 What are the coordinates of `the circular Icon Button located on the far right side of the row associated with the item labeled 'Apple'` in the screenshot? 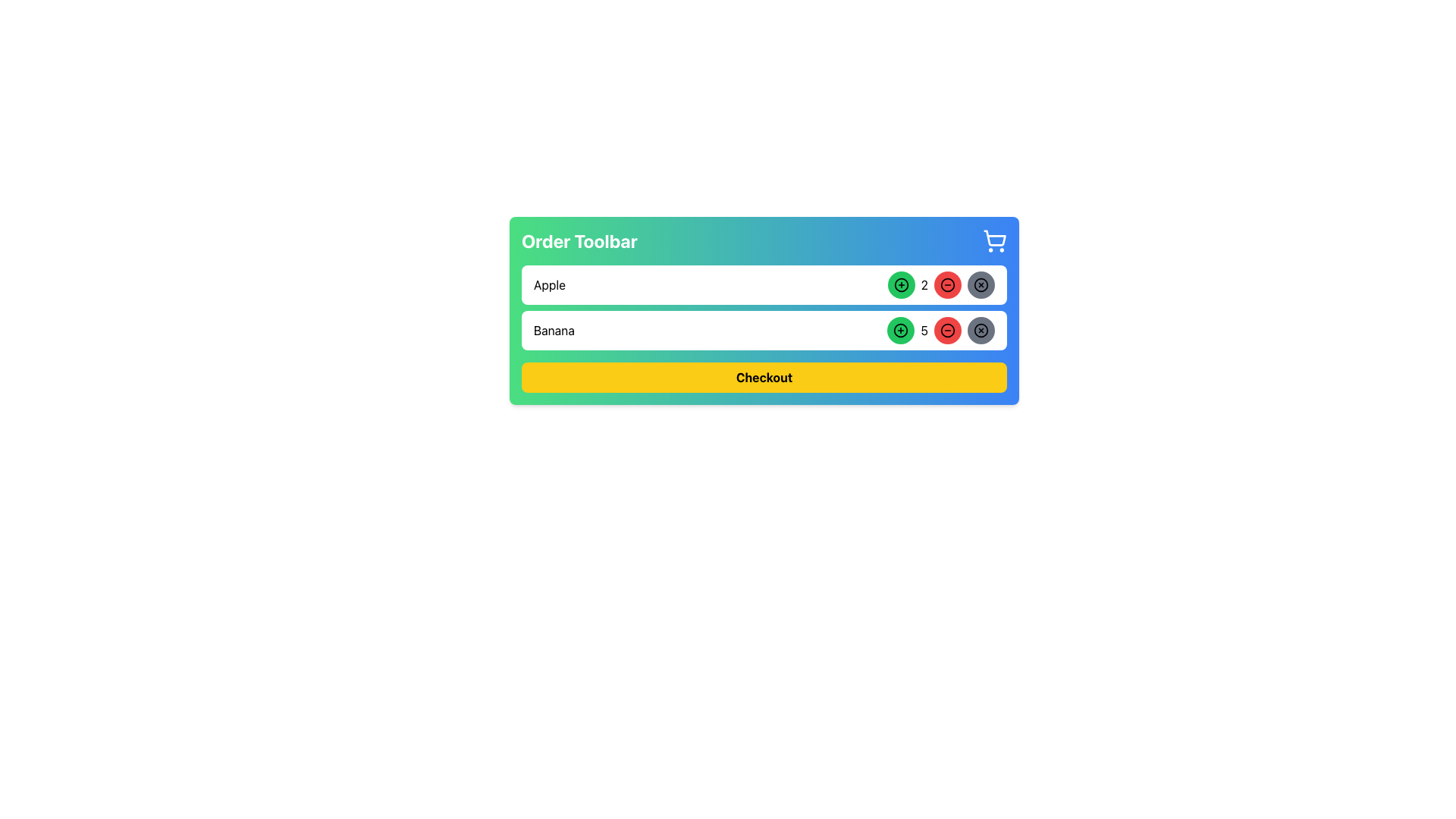 It's located at (981, 284).